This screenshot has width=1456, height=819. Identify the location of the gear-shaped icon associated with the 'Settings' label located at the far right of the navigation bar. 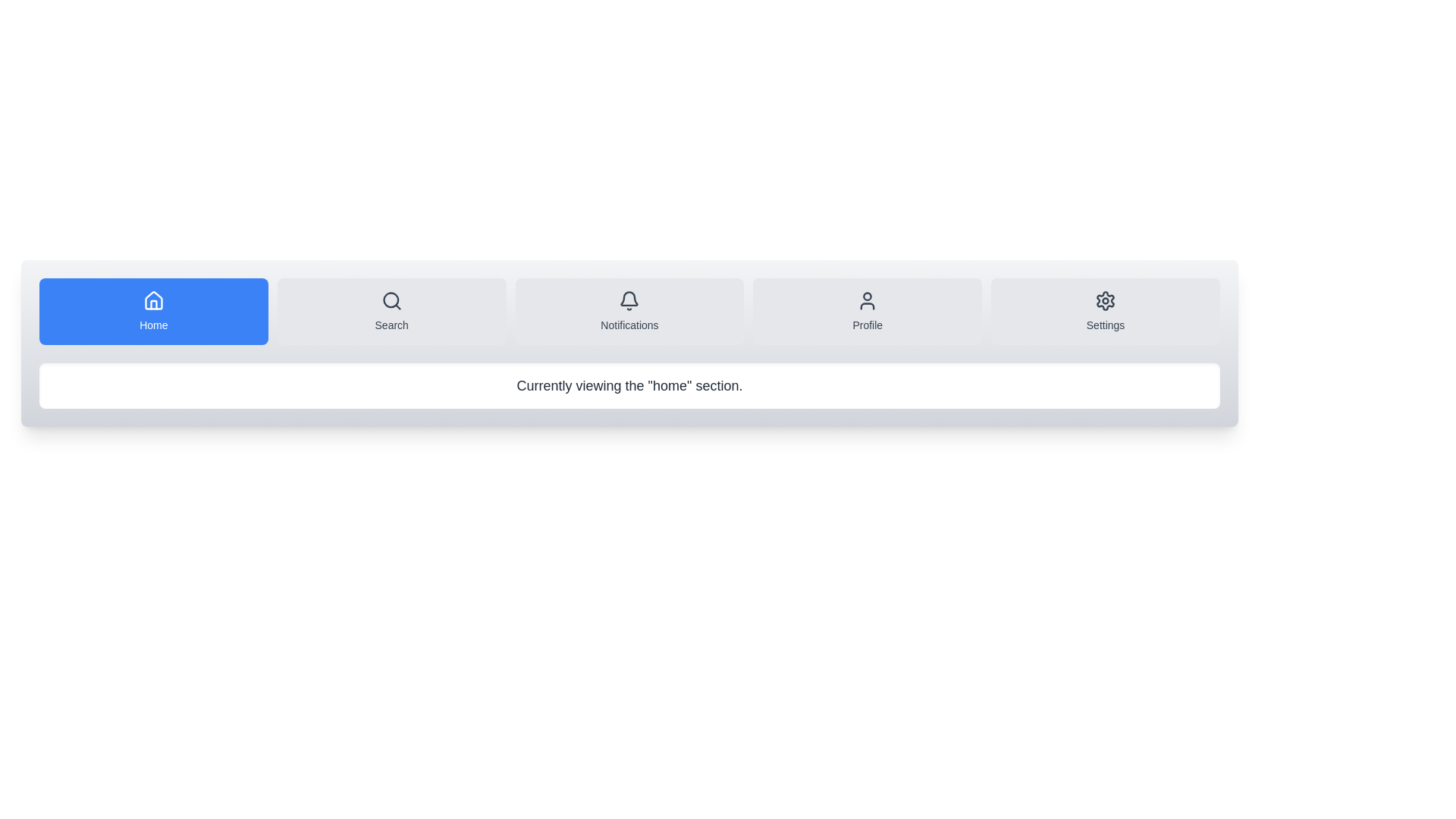
(1106, 301).